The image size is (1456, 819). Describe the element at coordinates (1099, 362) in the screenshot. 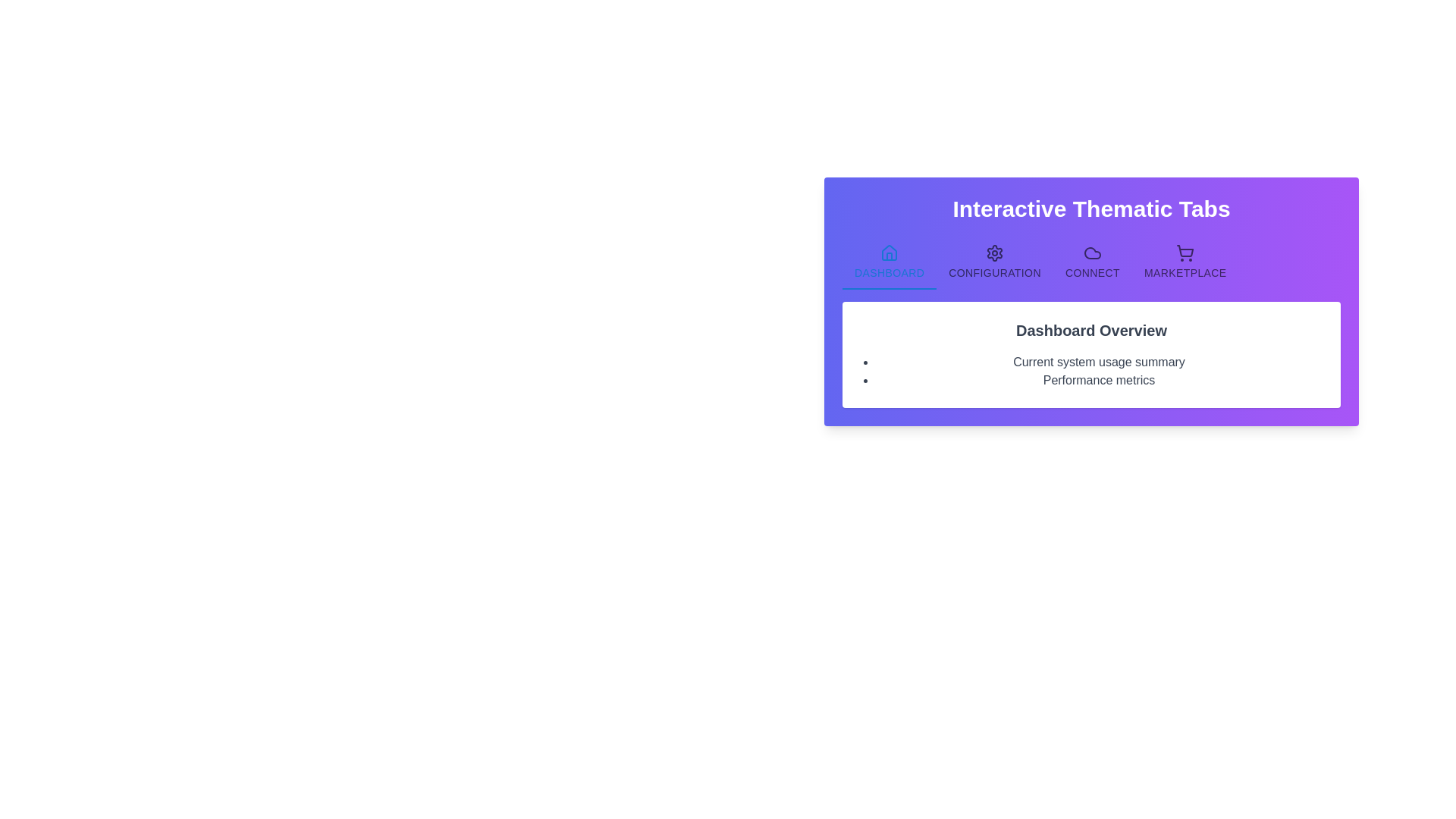

I see `the text label displaying 'Current system usage summary', which is the first item in a bullet-point list under the 'Dashboard Overview' heading, located at the center of the interface` at that location.